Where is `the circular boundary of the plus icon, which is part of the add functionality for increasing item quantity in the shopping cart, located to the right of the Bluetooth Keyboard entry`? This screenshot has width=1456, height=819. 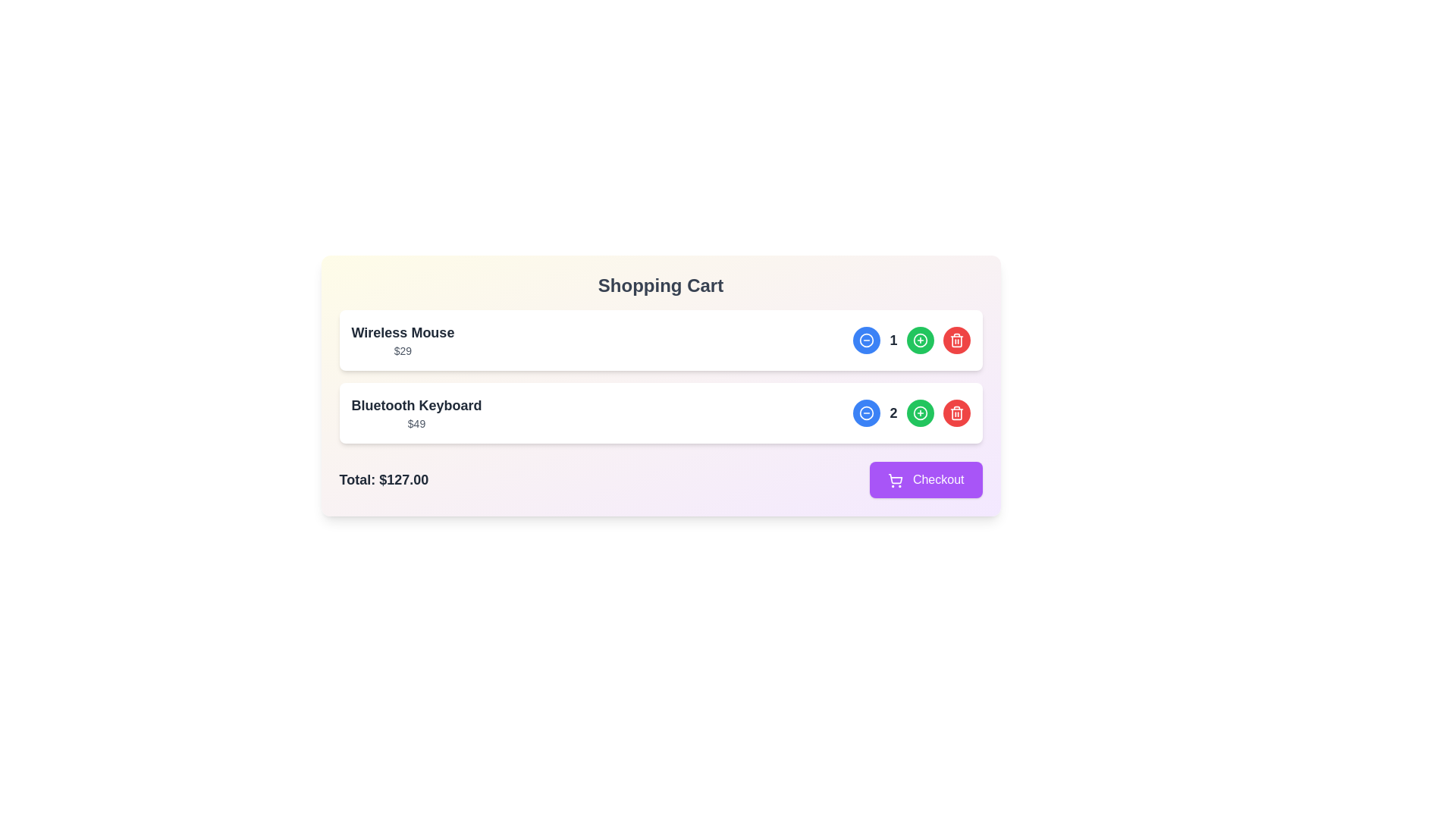
the circular boundary of the plus icon, which is part of the add functionality for increasing item quantity in the shopping cart, located to the right of the Bluetooth Keyboard entry is located at coordinates (919, 339).